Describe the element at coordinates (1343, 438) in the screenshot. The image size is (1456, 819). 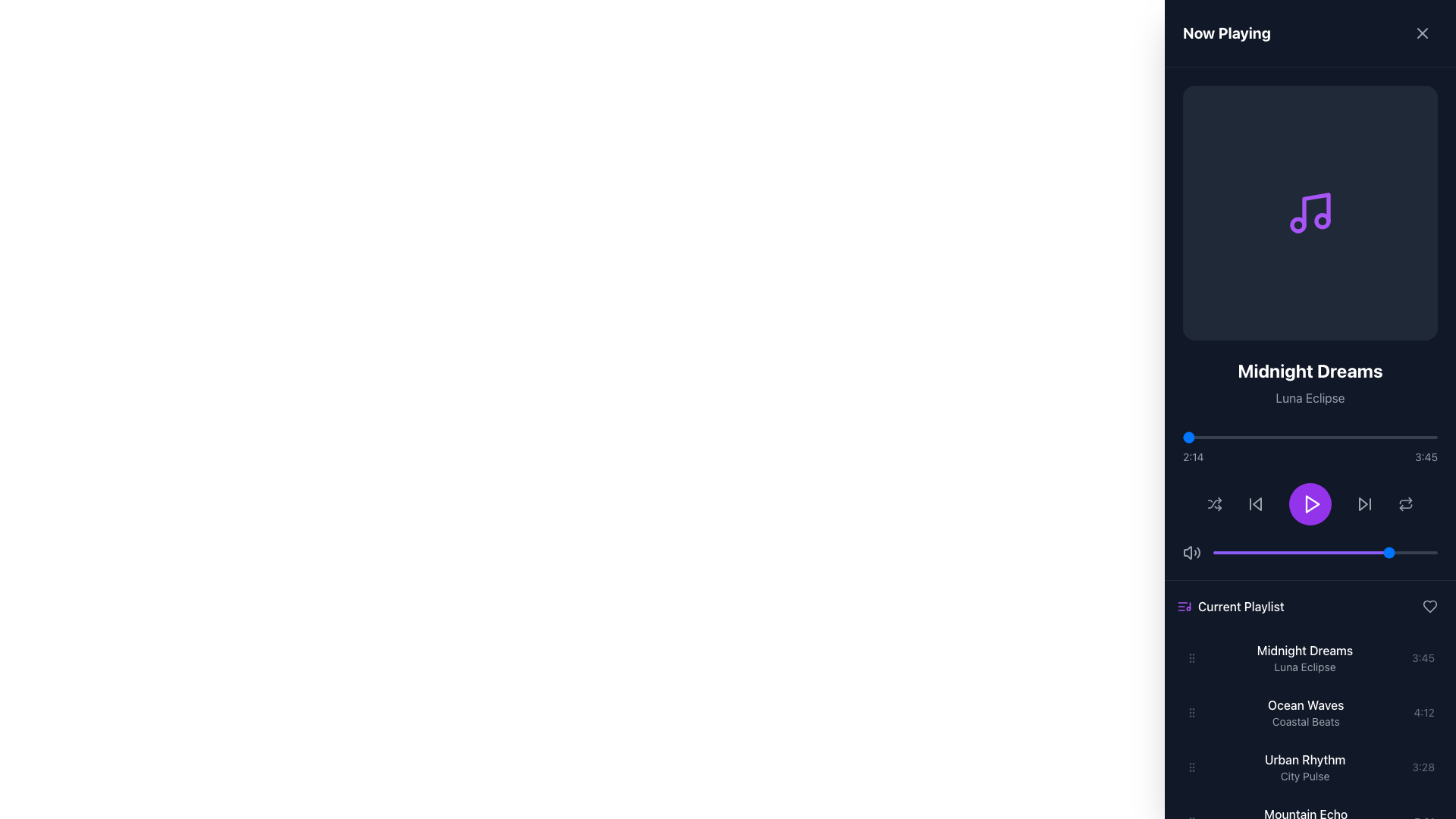
I see `the playback progress` at that location.